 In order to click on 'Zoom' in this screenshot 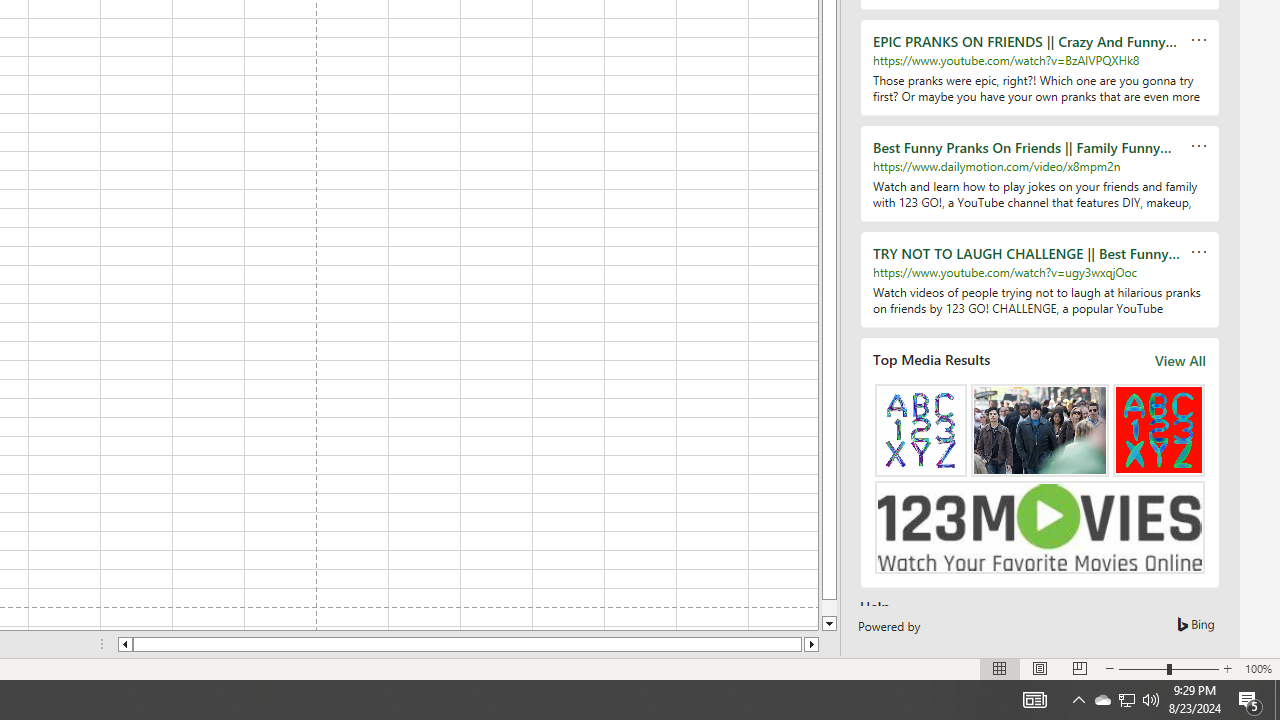, I will do `click(1168, 669)`.